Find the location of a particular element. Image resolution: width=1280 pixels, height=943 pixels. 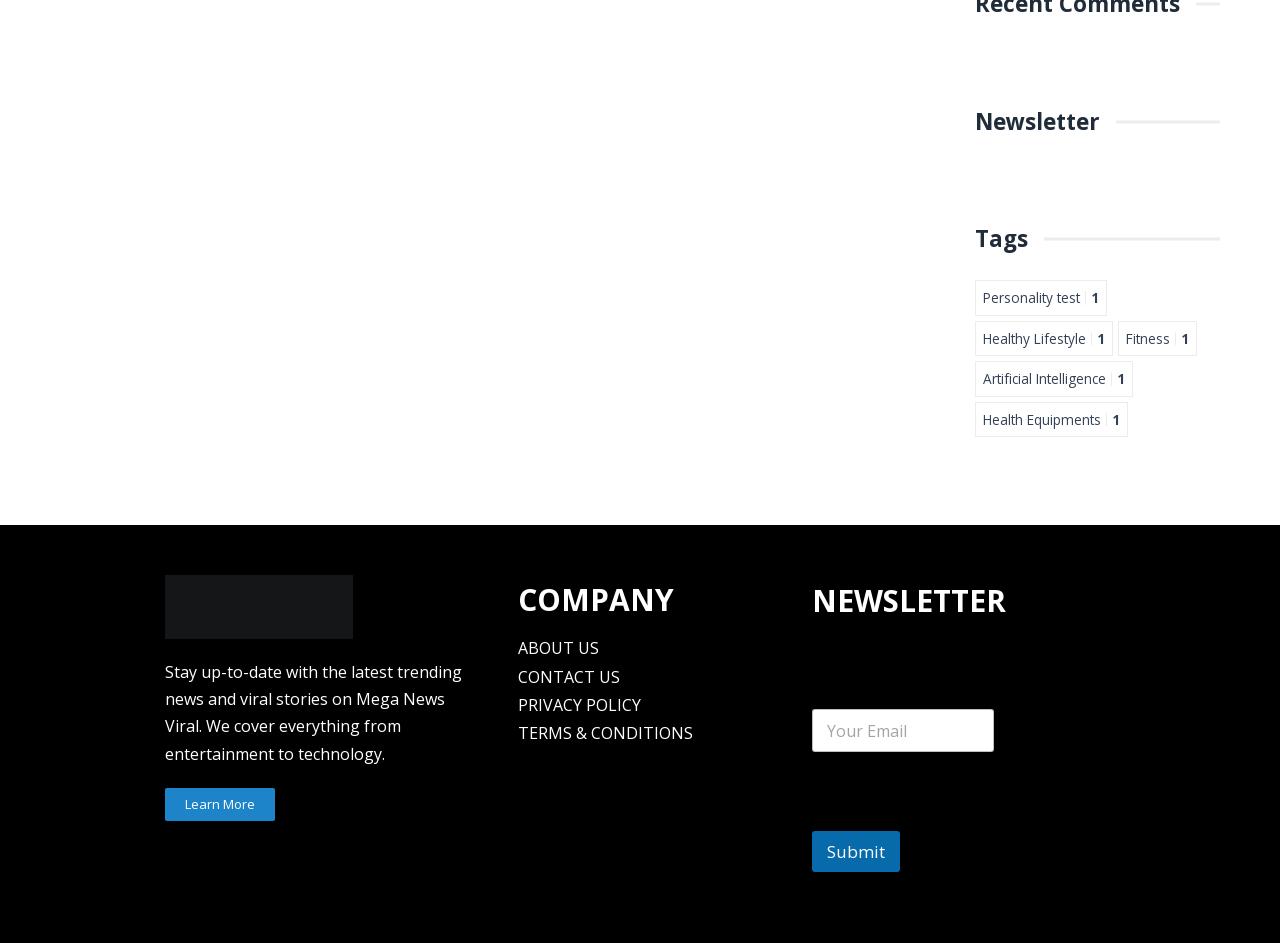

'Stay up-to-date with the latest trending news and viral stories on Mega News Viral. We cover everything from entertainment to technology.' is located at coordinates (164, 711).